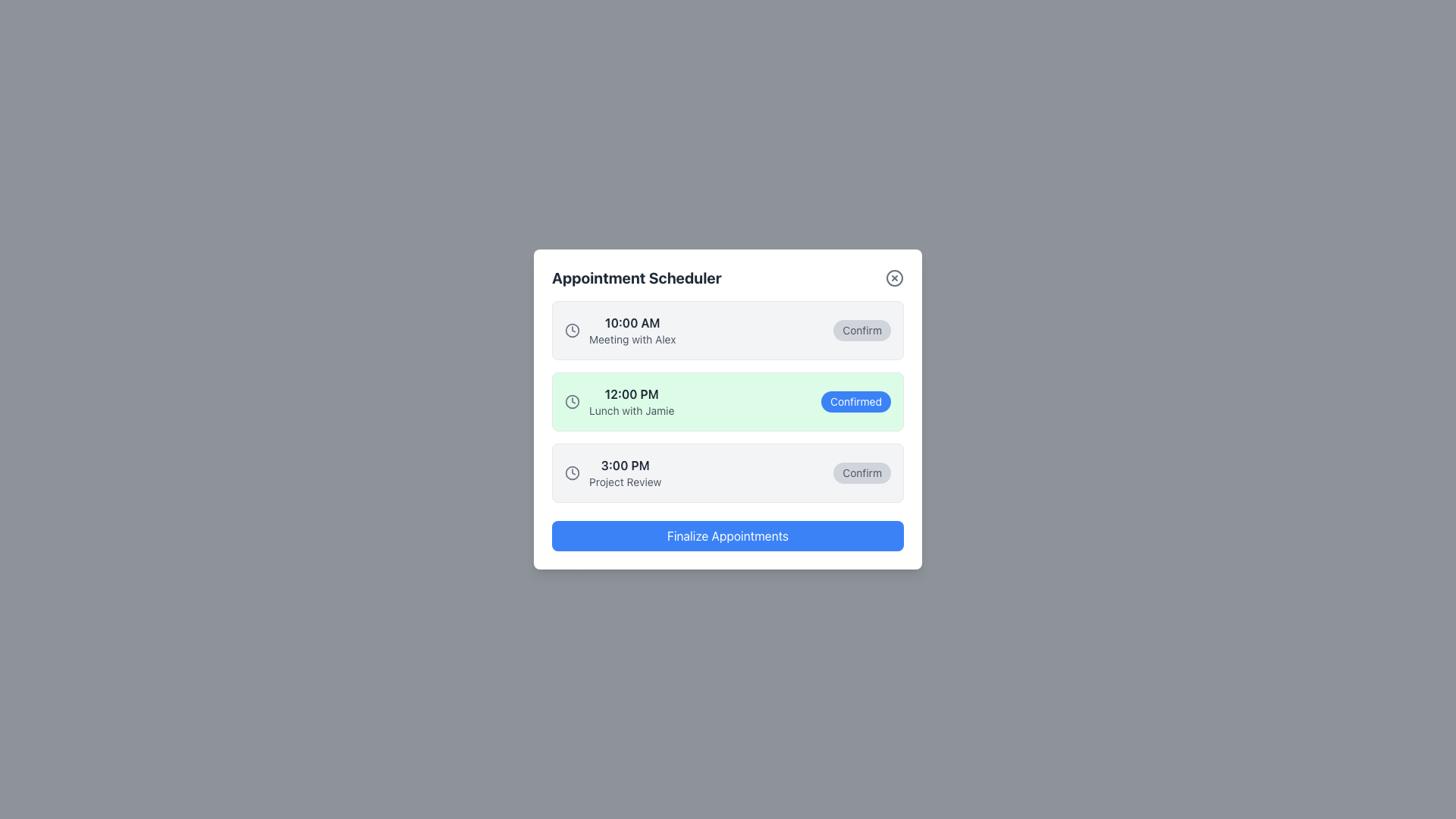 Image resolution: width=1456 pixels, height=819 pixels. I want to click on the confirmation button located at the rightmost end of the first entry in the appointment list to confirm the appointment for '10:00 AM Meeting with Alex', so click(862, 329).